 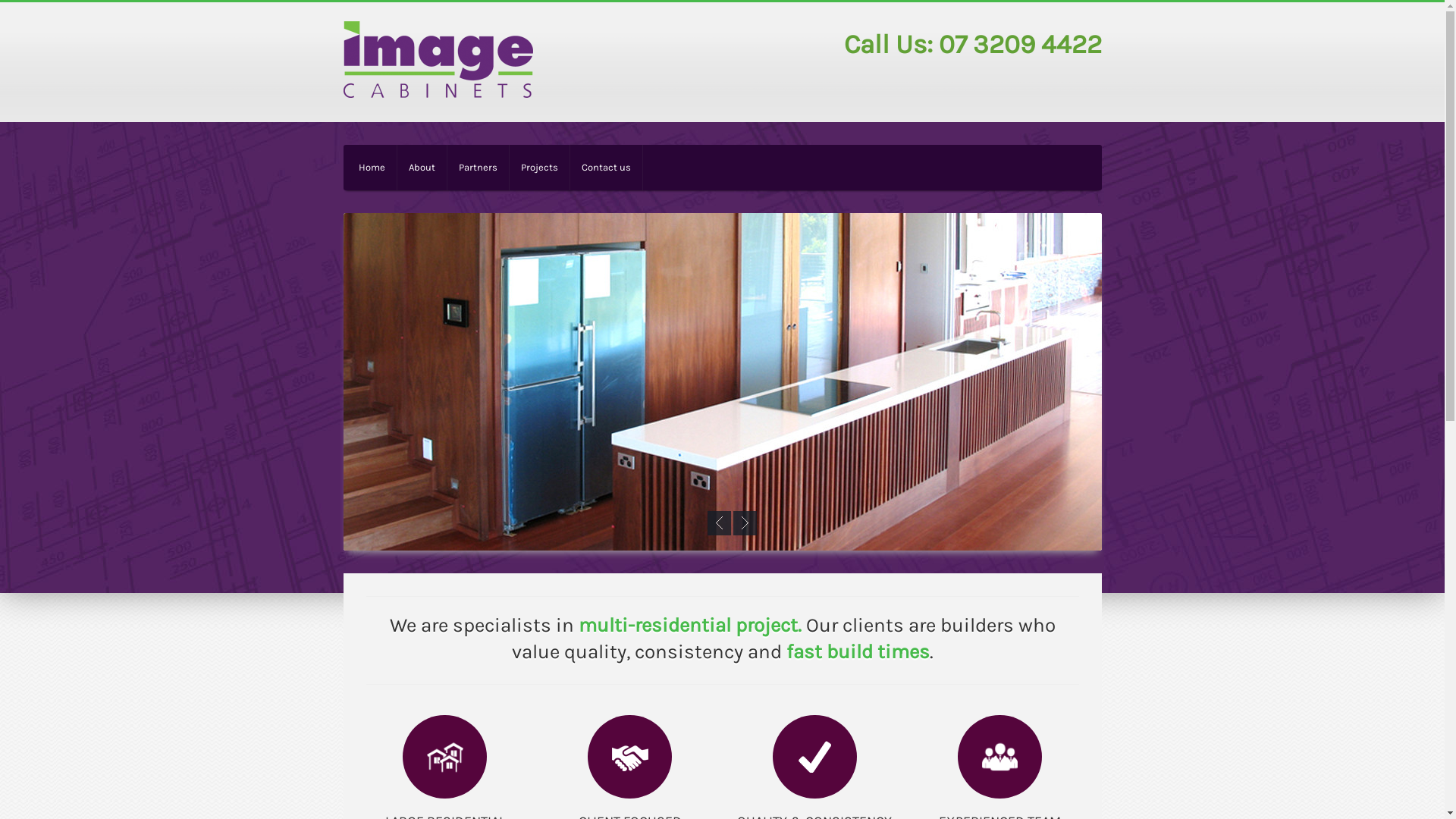 What do you see at coordinates (717, 522) in the screenshot?
I see `'Previous'` at bounding box center [717, 522].